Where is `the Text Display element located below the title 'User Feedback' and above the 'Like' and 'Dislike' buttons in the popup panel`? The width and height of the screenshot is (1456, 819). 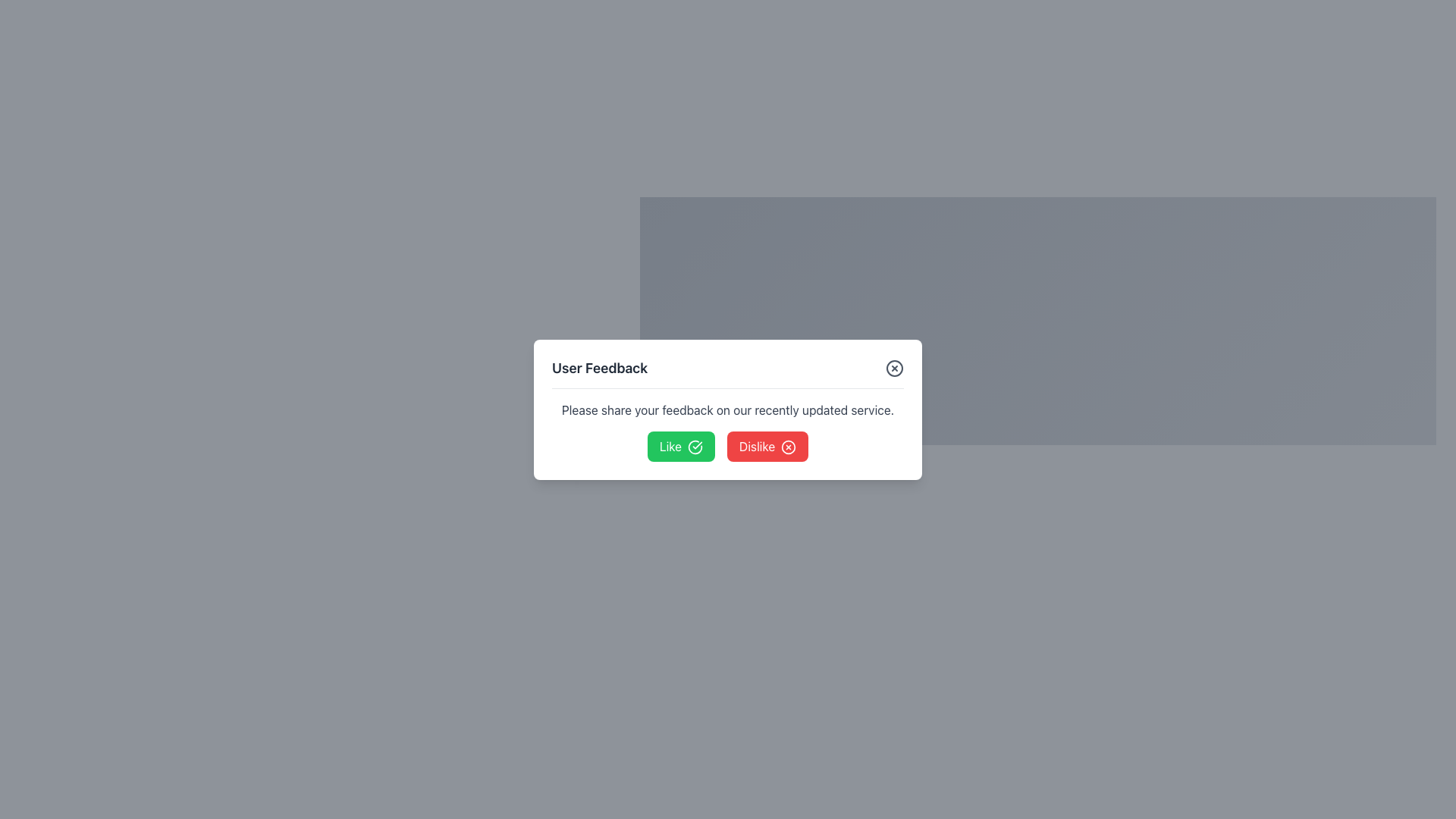
the Text Display element located below the title 'User Feedback' and above the 'Like' and 'Dislike' buttons in the popup panel is located at coordinates (728, 409).